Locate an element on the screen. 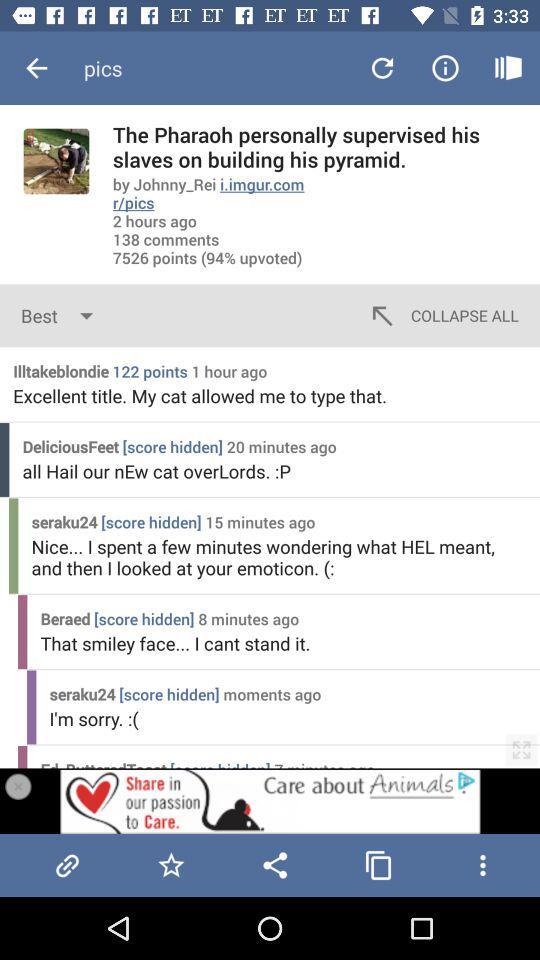  the copy button on the web page is located at coordinates (379, 864).